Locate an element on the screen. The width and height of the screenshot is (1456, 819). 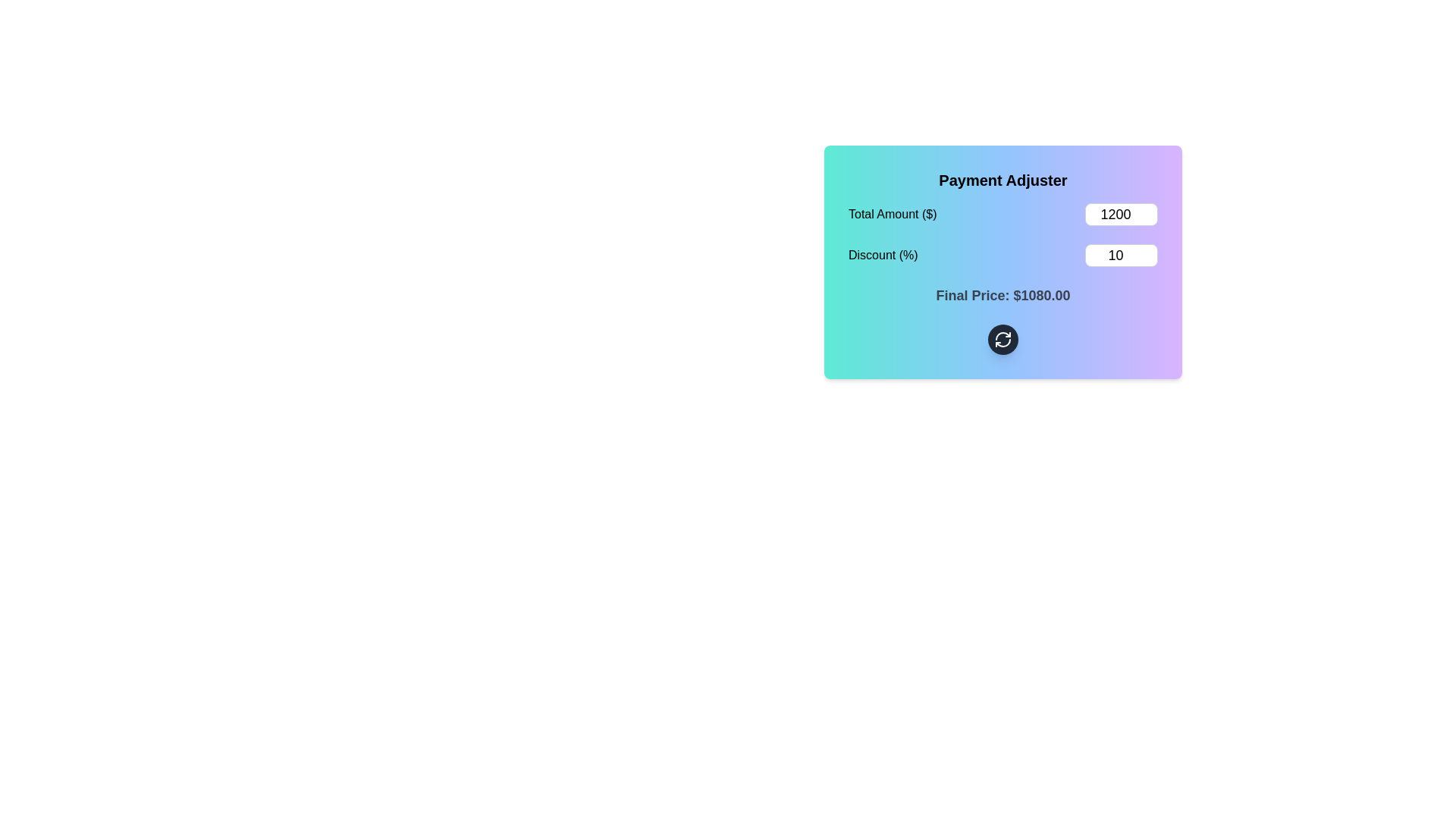
the arrow keys is located at coordinates (1121, 254).